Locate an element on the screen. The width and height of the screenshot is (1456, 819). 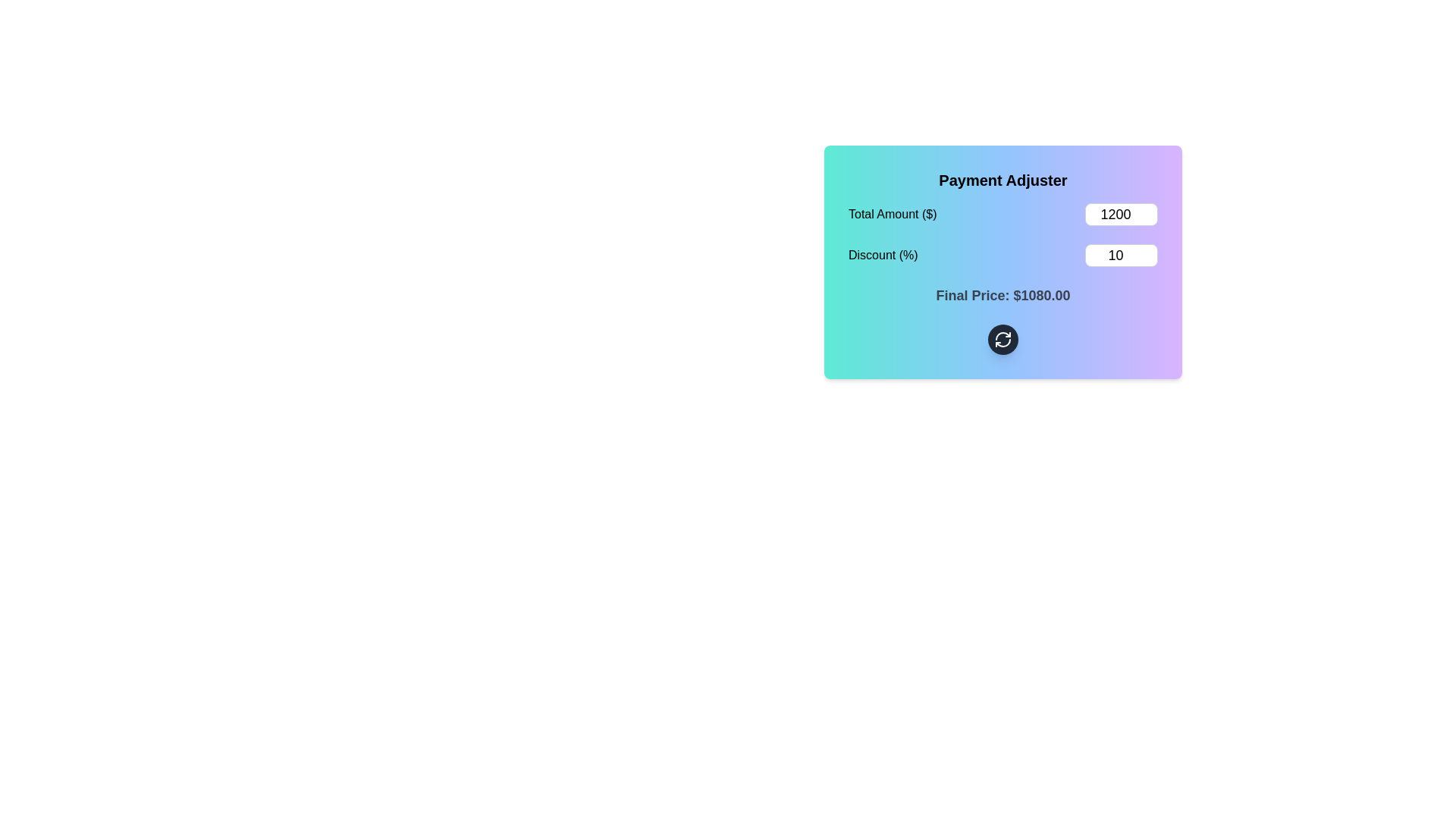
the arrow keys is located at coordinates (1121, 254).